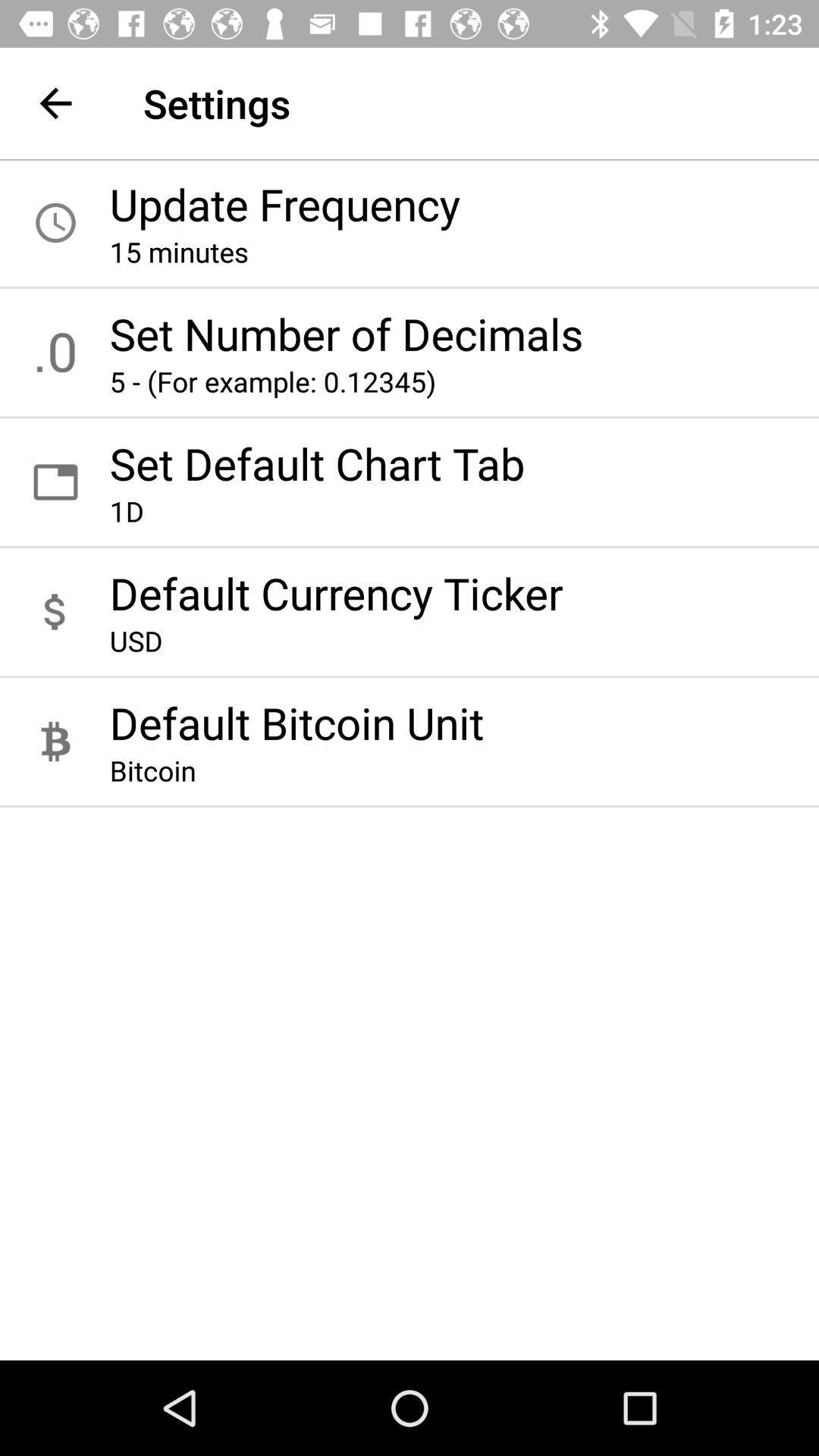 The height and width of the screenshot is (1456, 819). I want to click on icon to the left of the settings item, so click(55, 102).